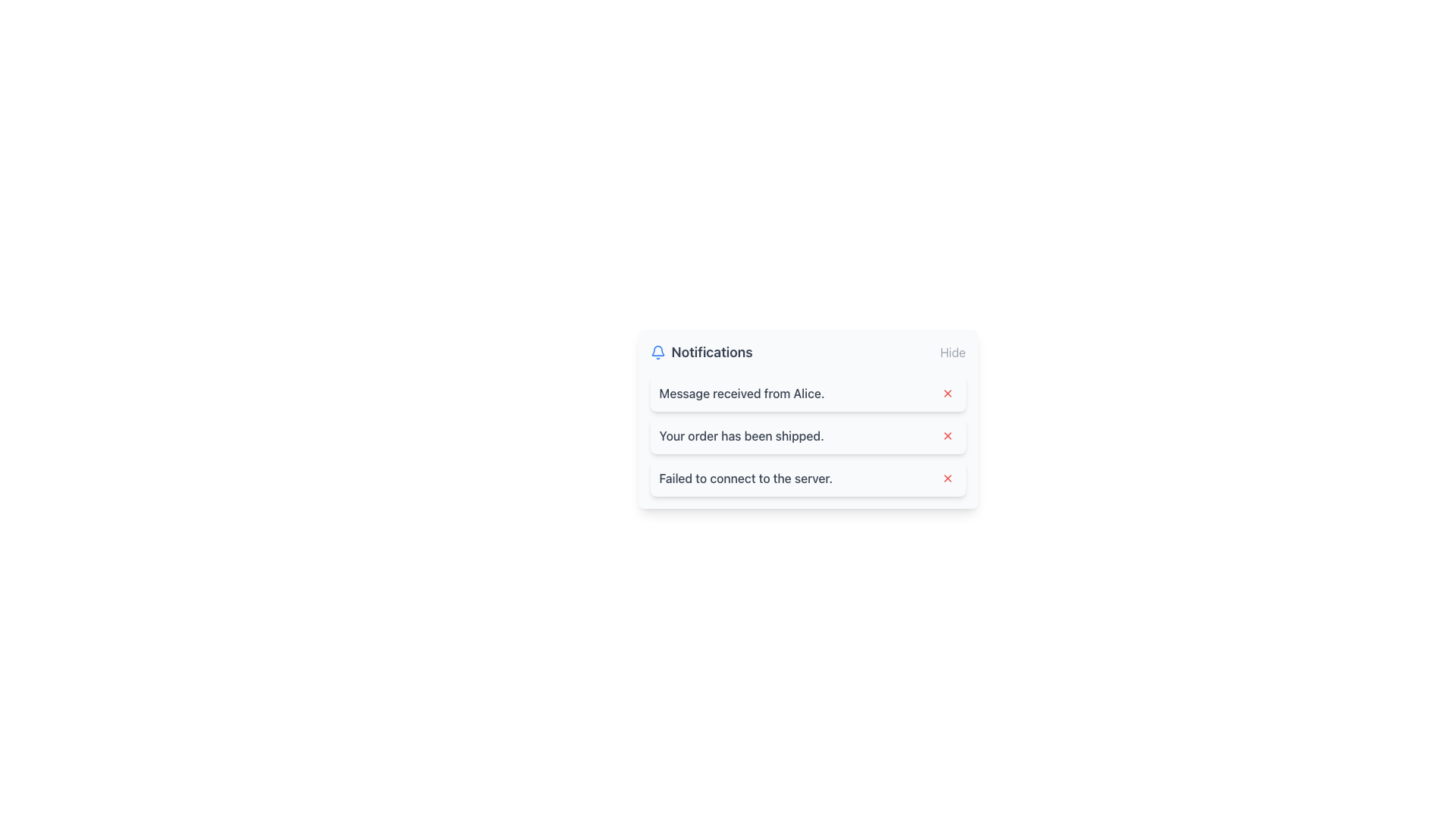 Image resolution: width=1456 pixels, height=819 pixels. Describe the element at coordinates (742, 435) in the screenshot. I see `the text snippet reading 'Your order has been shipped.' located at the center of the second notification card in a floating notification panel` at that location.